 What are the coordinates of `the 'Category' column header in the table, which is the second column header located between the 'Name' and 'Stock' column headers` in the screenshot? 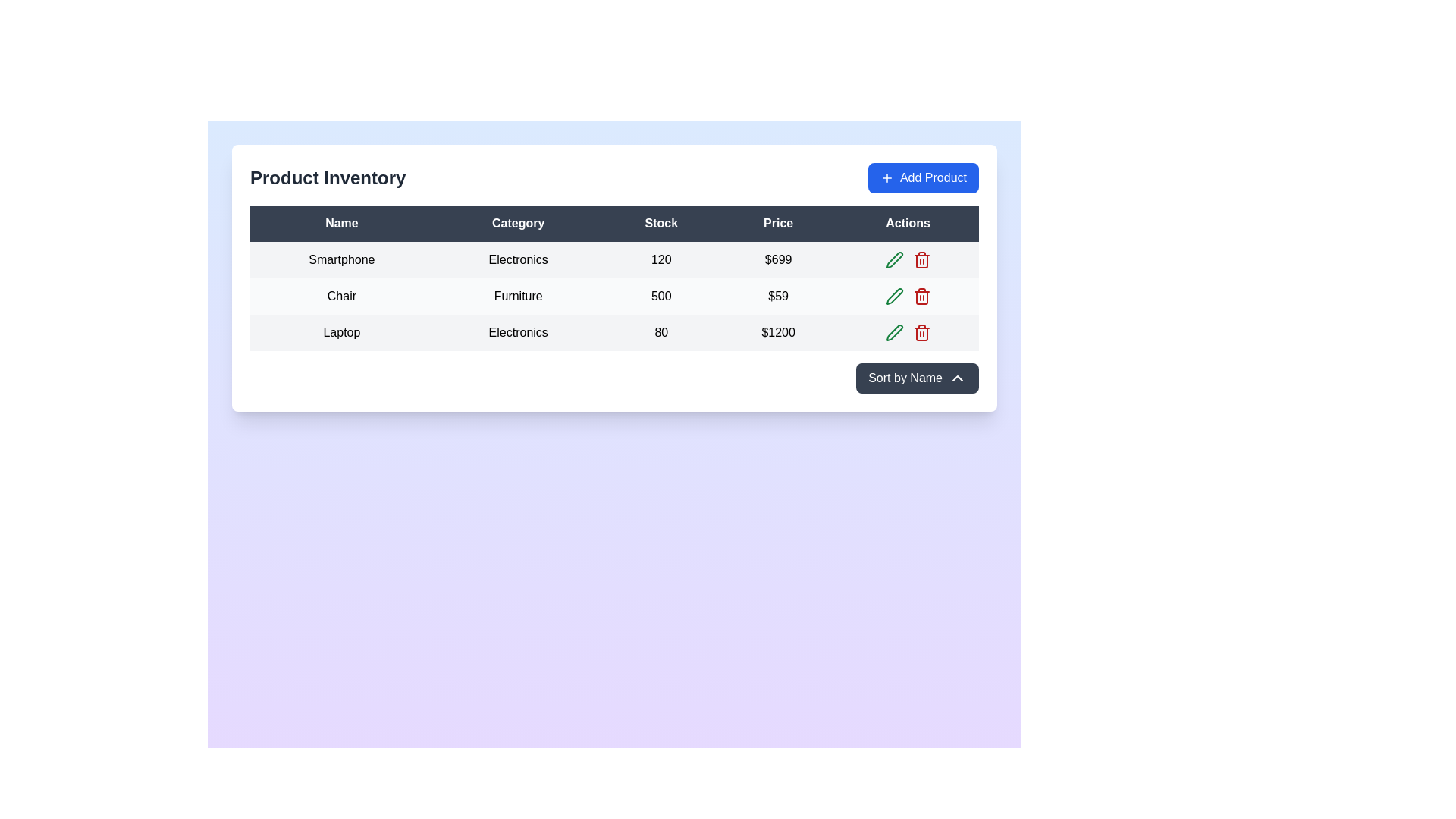 It's located at (518, 223).